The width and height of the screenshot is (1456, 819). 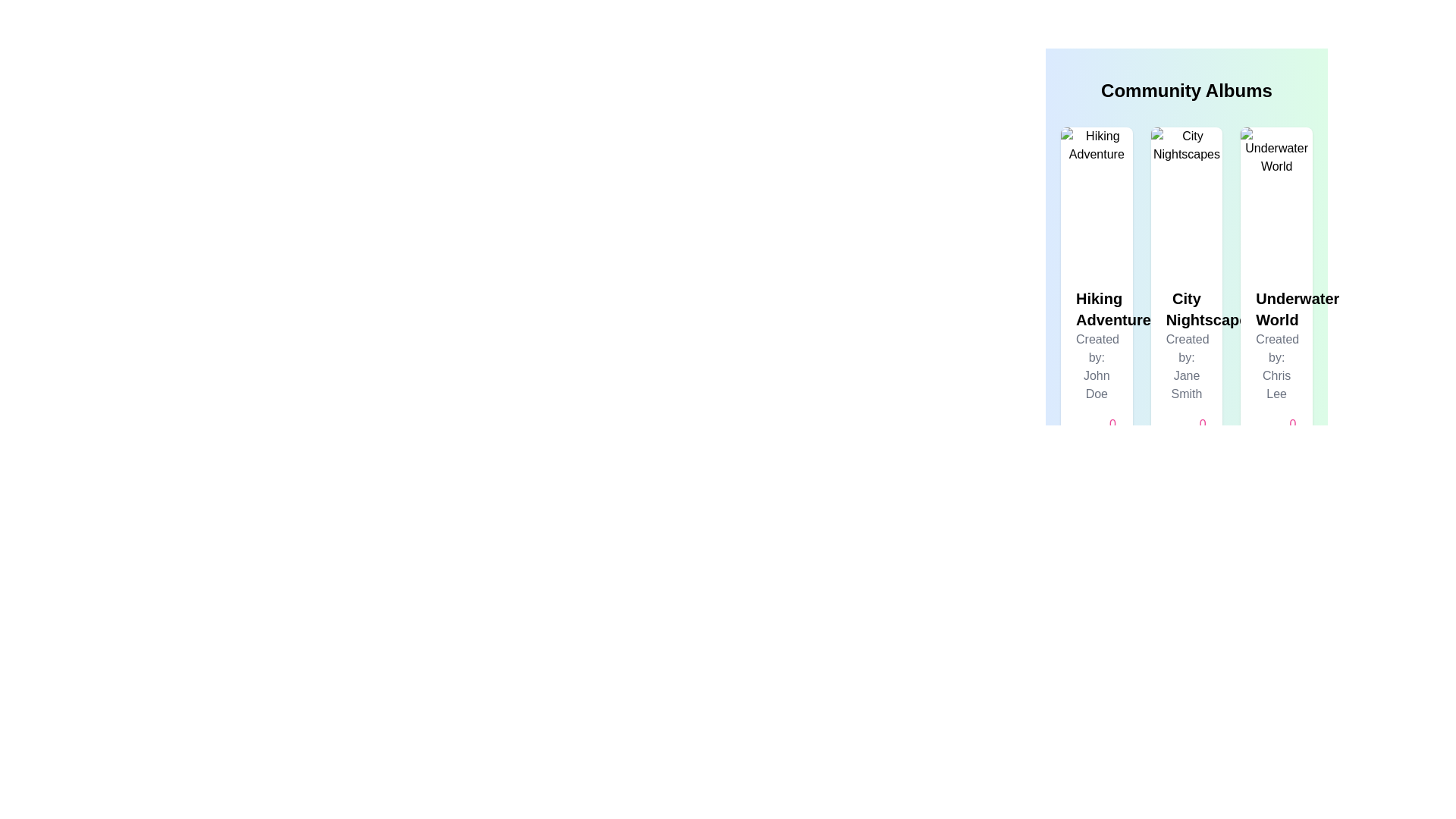 I want to click on the comments button located to the right of the '0 Likes' button, so click(x=1169, y=433).